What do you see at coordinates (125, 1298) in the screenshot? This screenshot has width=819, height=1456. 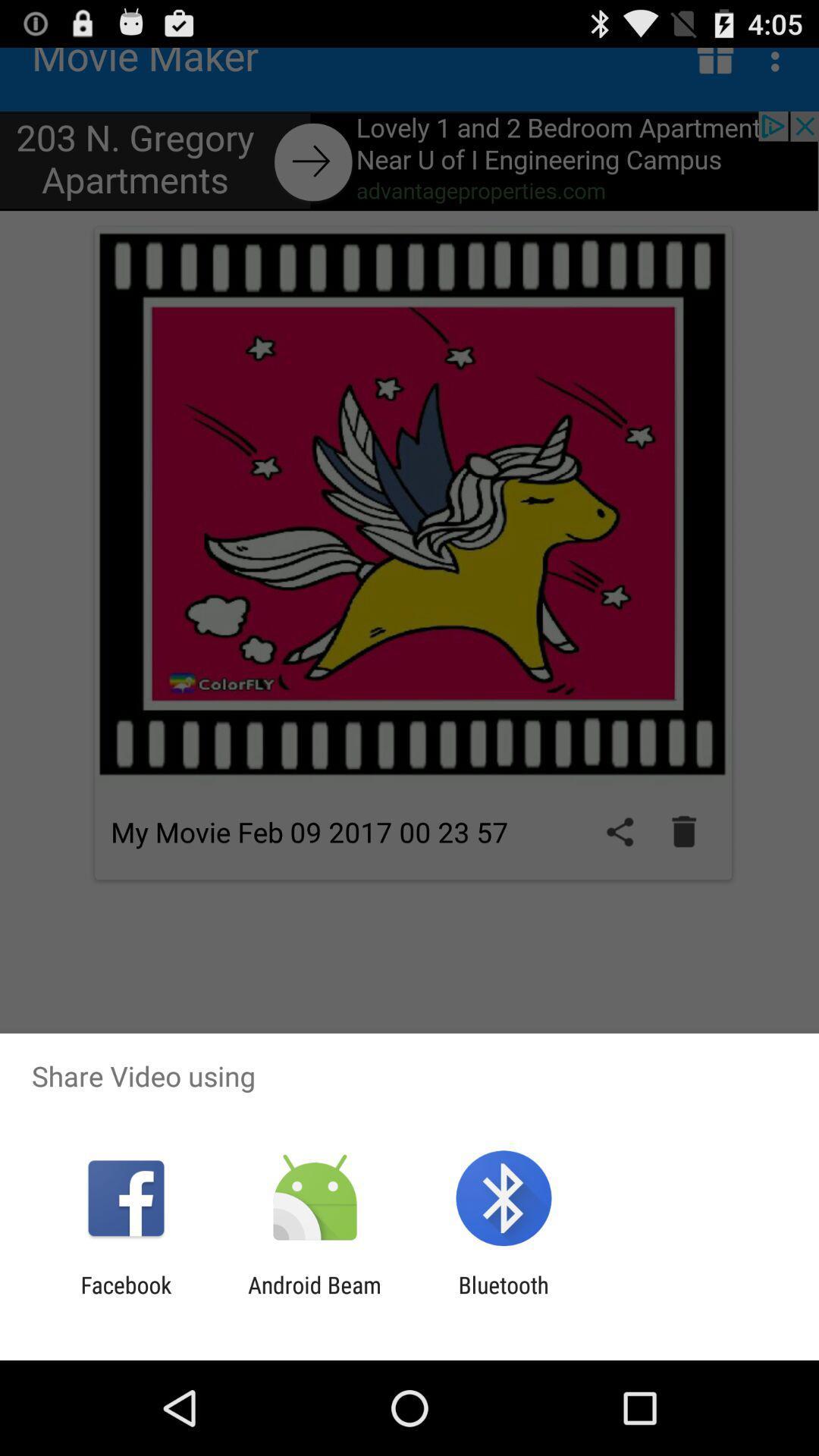 I see `icon to the left of android beam icon` at bounding box center [125, 1298].